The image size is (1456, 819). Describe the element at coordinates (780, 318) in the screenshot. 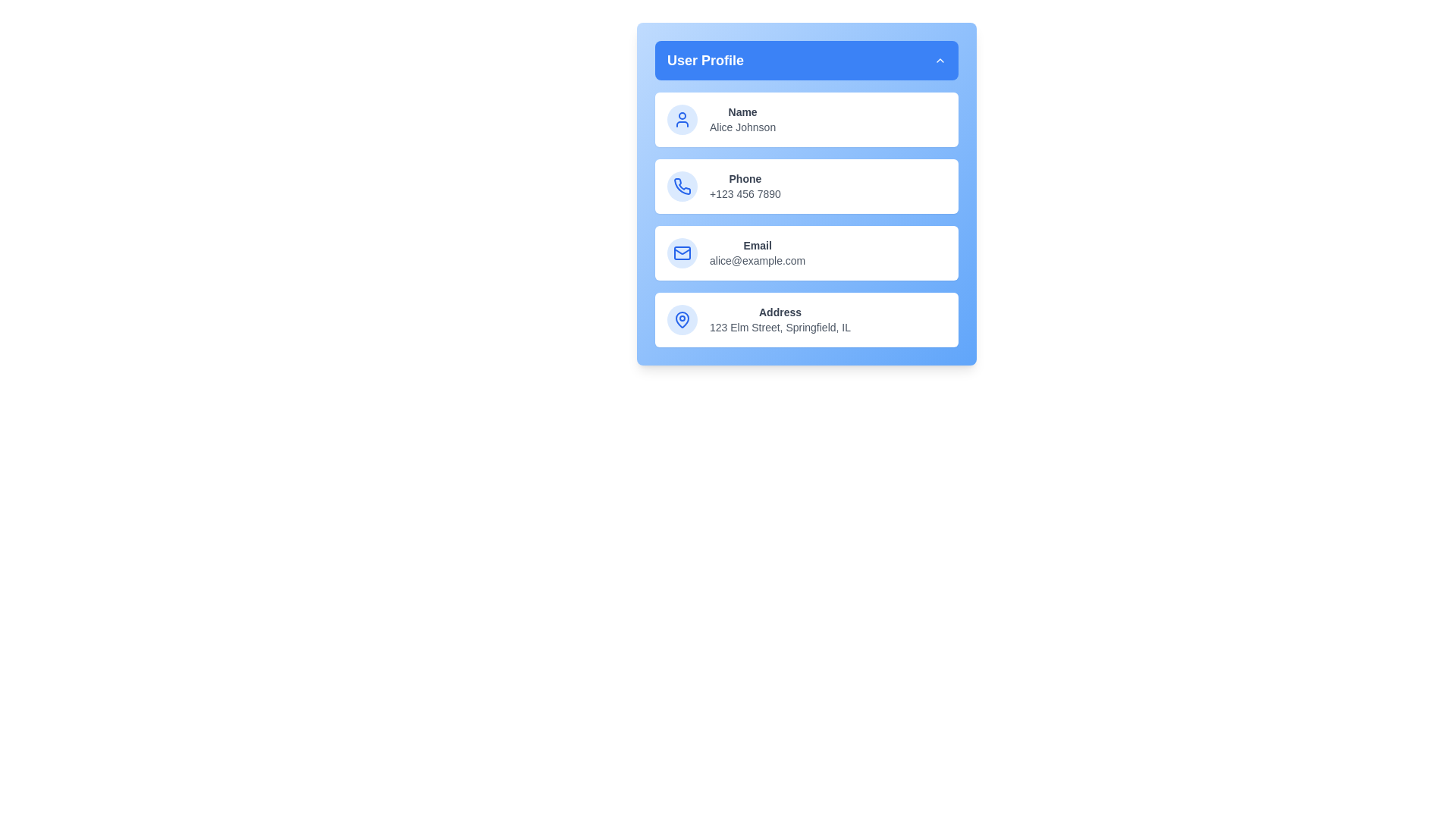

I see `the user's address details text display, which is the last entry in the vertically aligned list under the 'User Profile' card, positioned beneath the 'Email' section and to the right of a circular blue icon showing a location pin graphic` at that location.